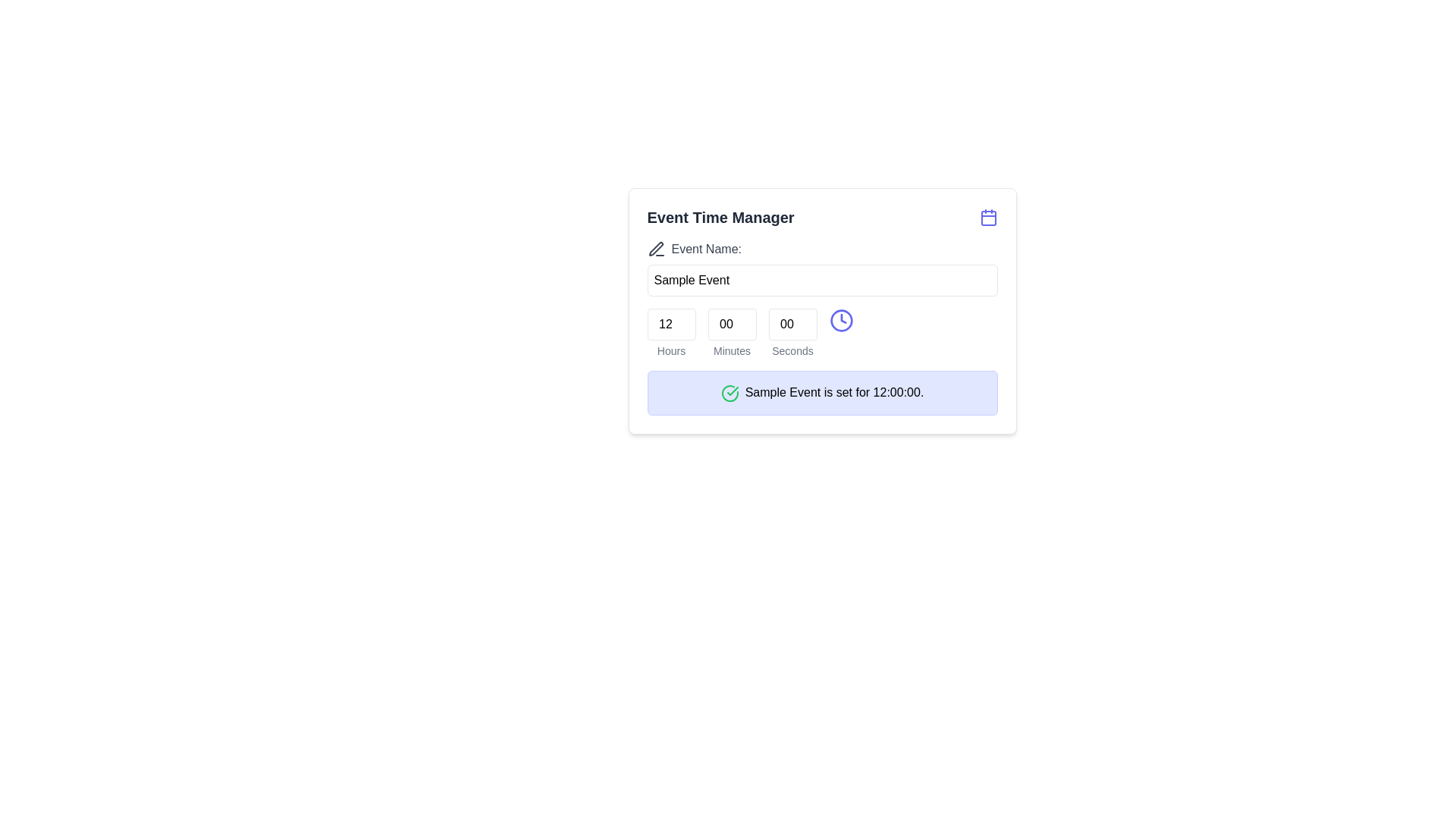 Image resolution: width=1456 pixels, height=819 pixels. What do you see at coordinates (821, 392) in the screenshot?
I see `within the interactive Notification box located at the bottom of the 'Event Time Manager' card, which contains a green checkmark icon and the text 'Sample Event is set for 12:00:00.'` at bounding box center [821, 392].